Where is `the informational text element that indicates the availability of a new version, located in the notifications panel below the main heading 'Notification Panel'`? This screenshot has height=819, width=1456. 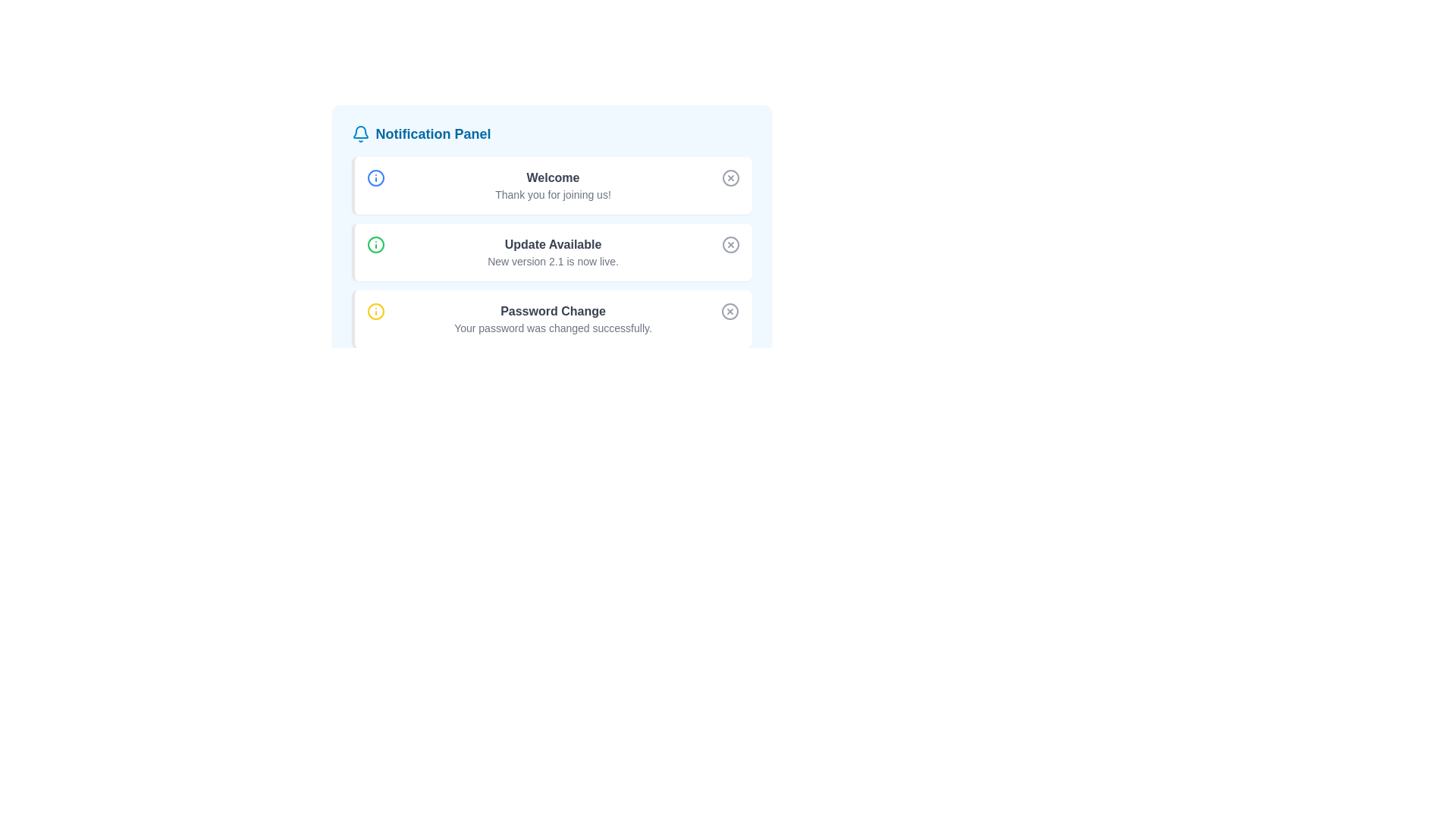
the informational text element that indicates the availability of a new version, located in the notifications panel below the main heading 'Notification Panel' is located at coordinates (552, 260).